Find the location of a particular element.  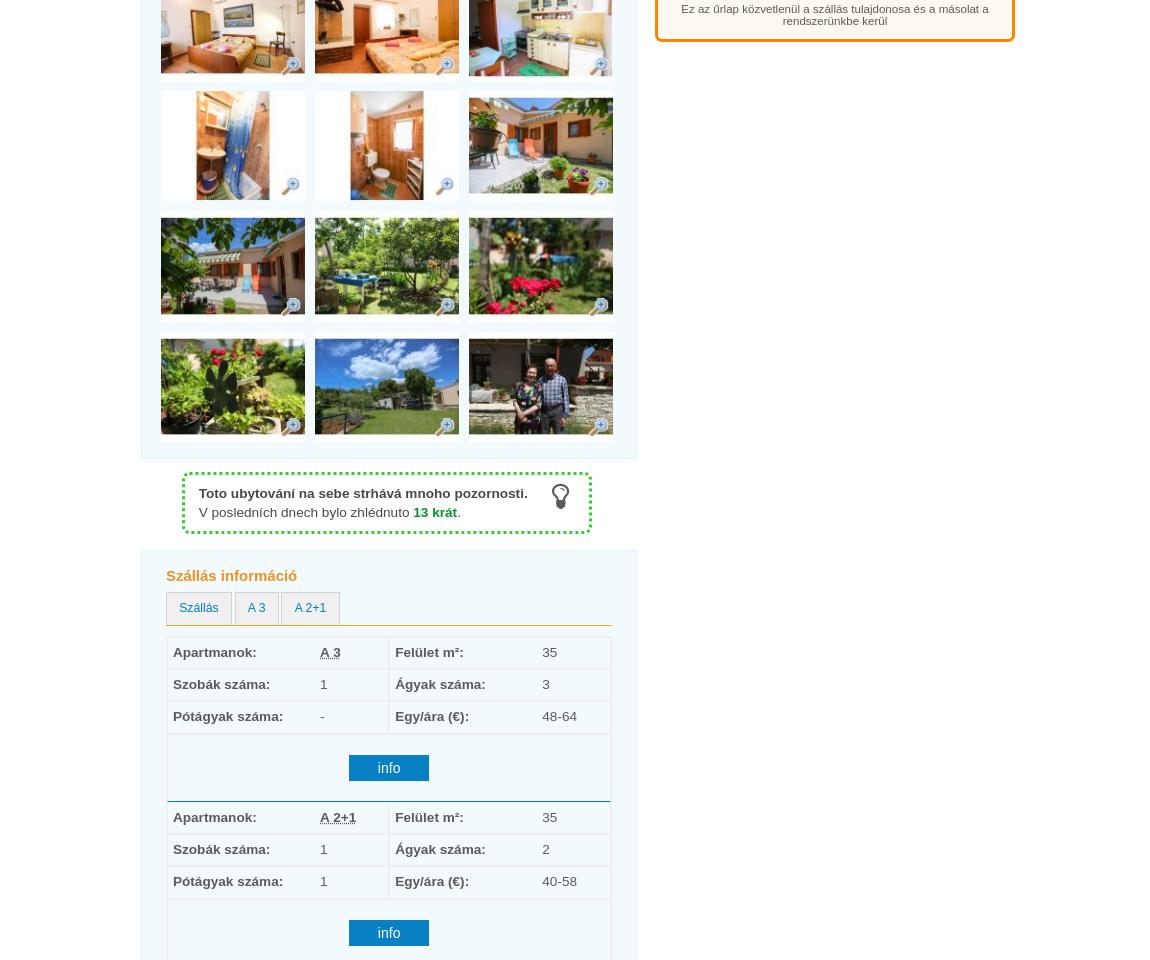

'-' is located at coordinates (320, 716).